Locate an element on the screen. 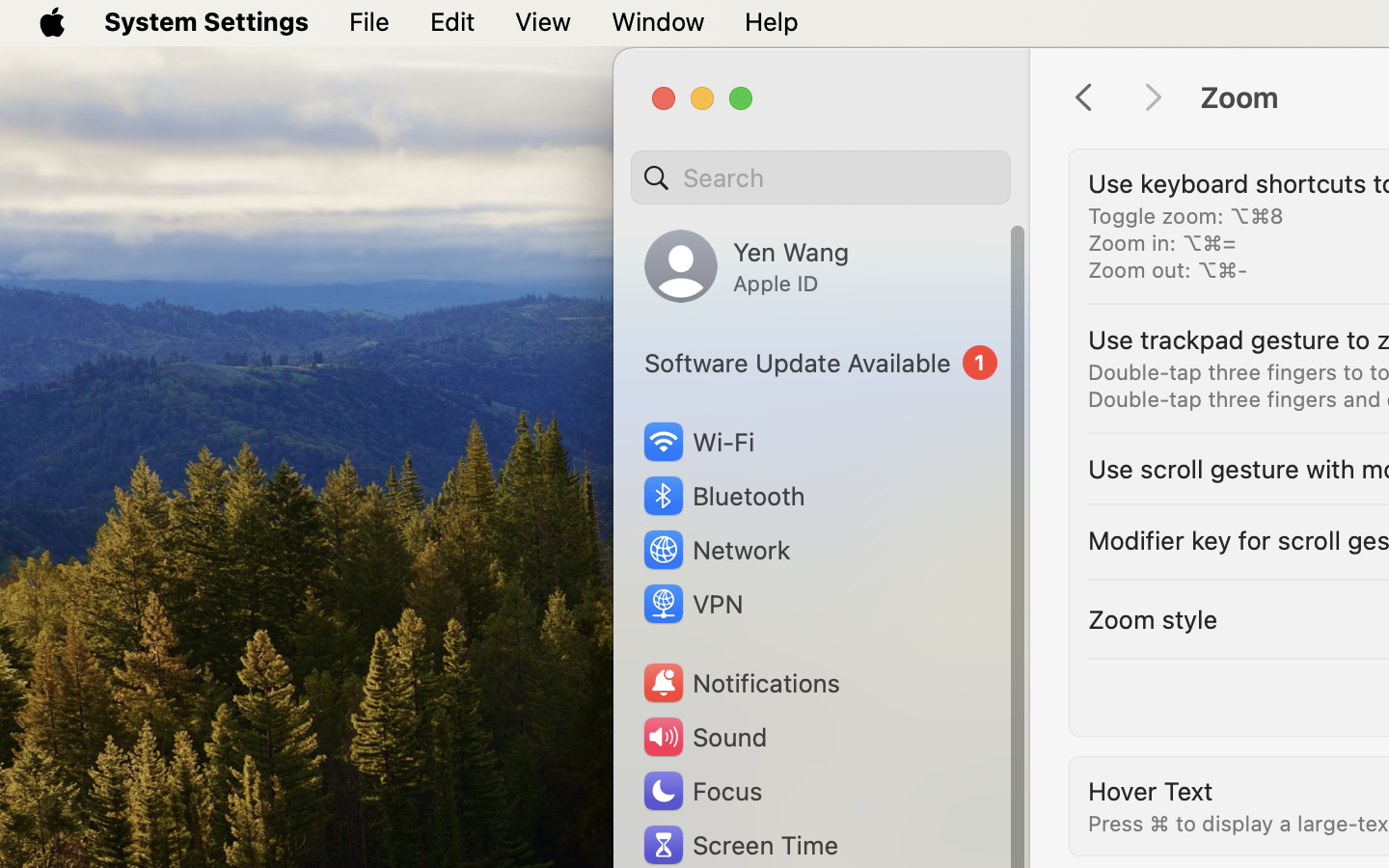 The height and width of the screenshot is (868, 1389). 'Bluetooth' is located at coordinates (722, 494).